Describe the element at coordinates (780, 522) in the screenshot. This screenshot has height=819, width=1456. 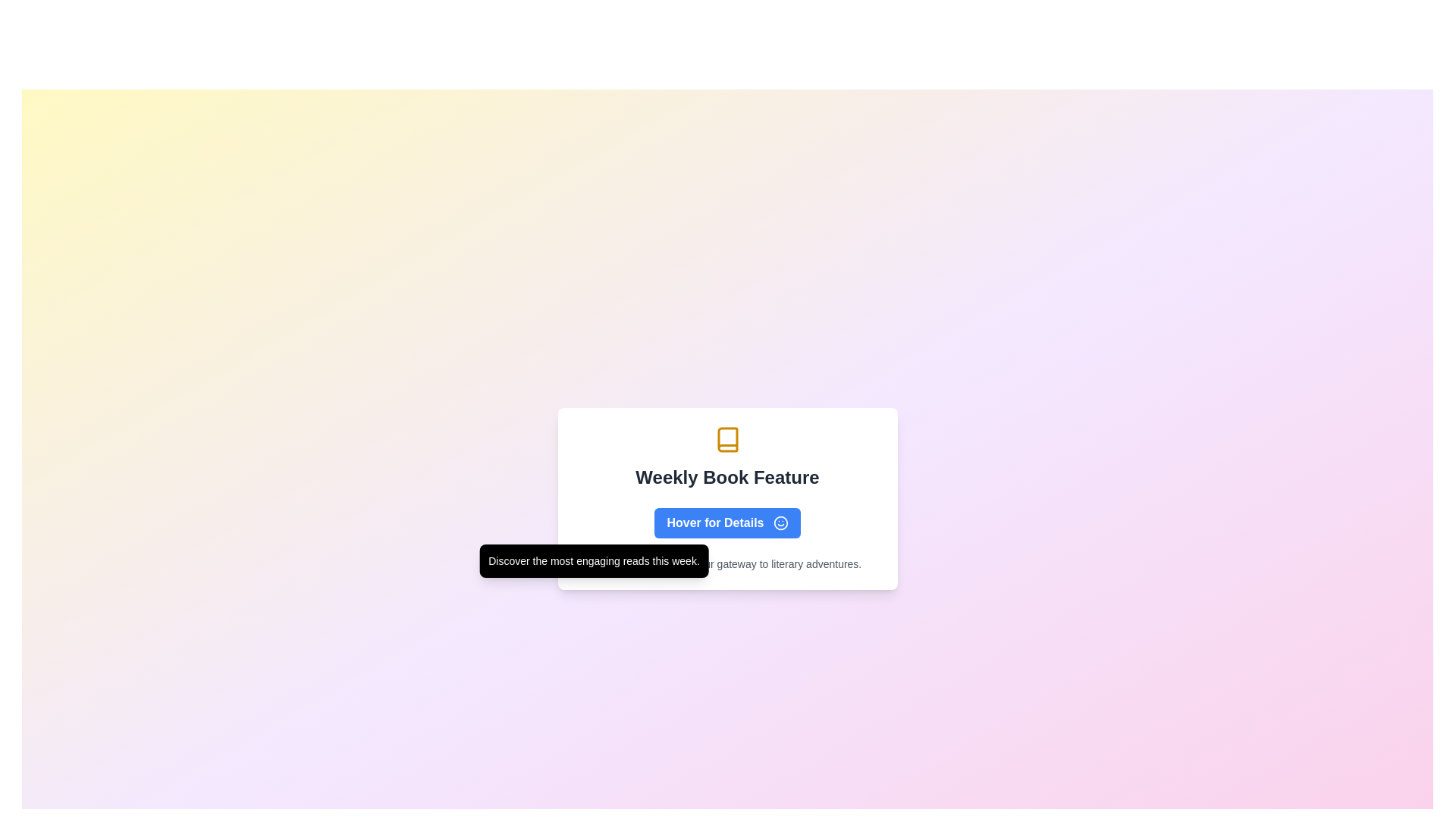
I see `the outermost circular shape of the smiley face icon, which is located to the right of the 'Hover for Details' button` at that location.